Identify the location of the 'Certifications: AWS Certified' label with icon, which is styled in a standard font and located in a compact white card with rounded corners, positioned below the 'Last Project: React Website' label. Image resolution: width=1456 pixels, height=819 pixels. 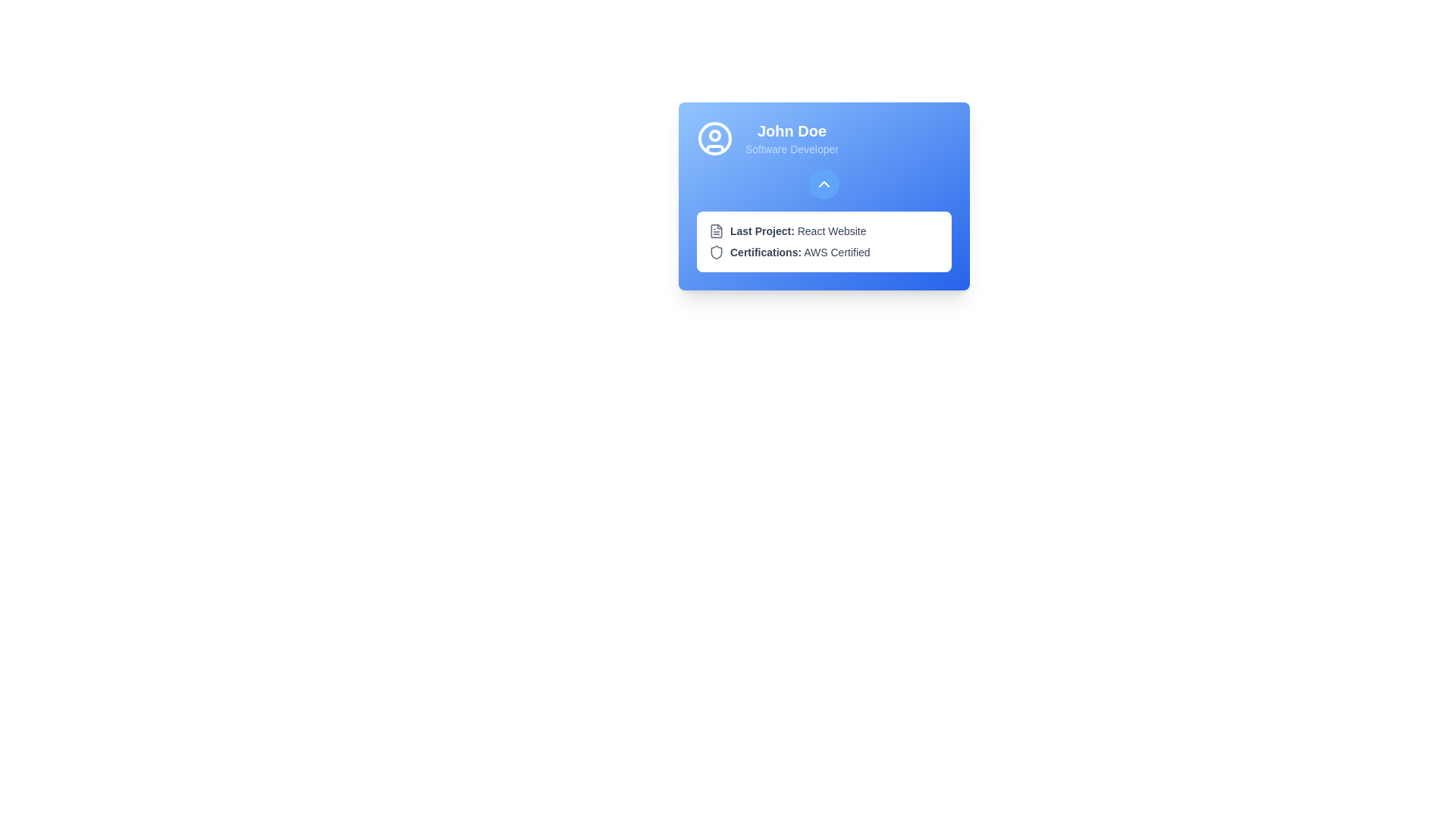
(823, 251).